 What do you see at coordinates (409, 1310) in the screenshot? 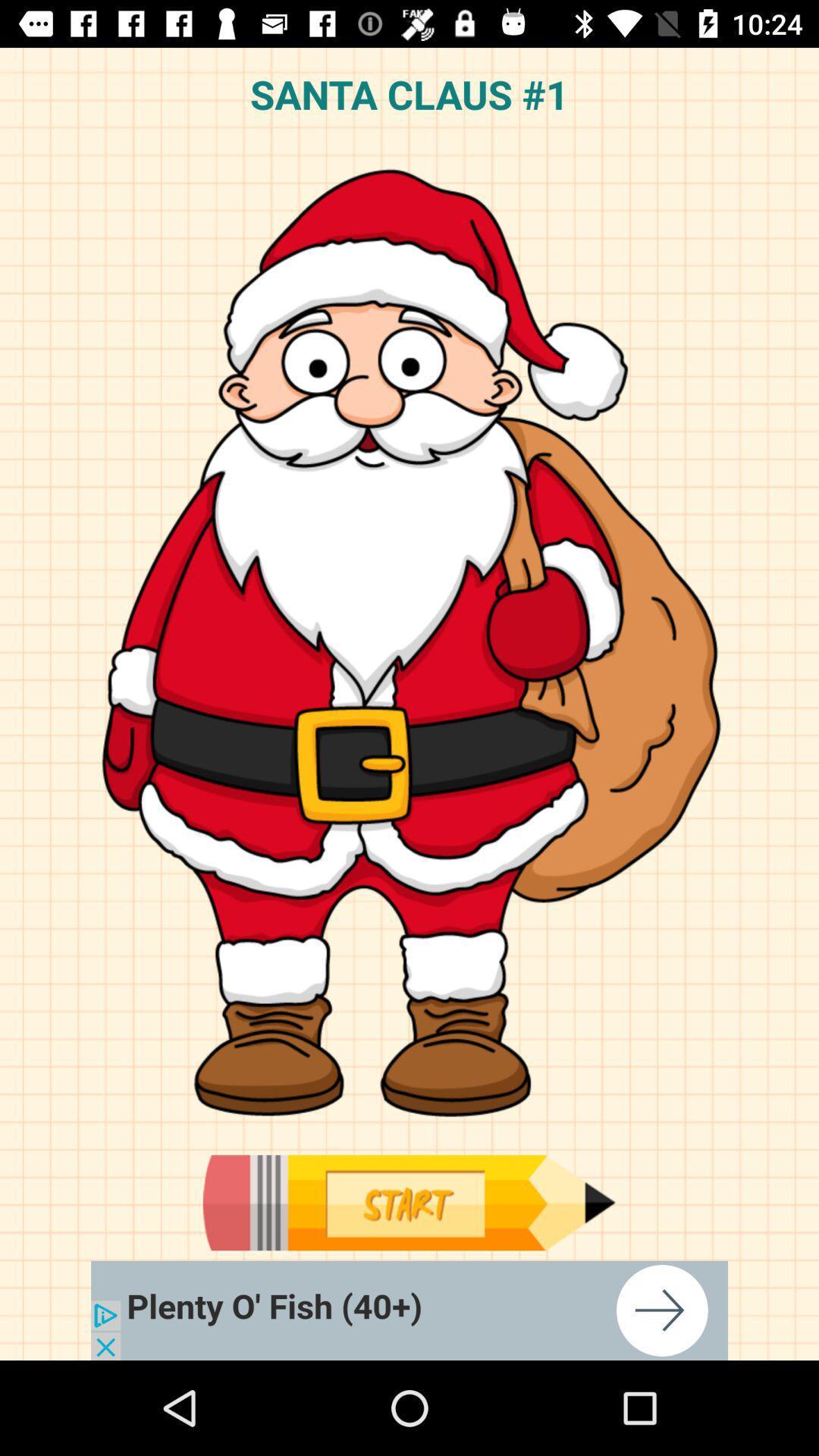
I see `how to draw christmas` at bounding box center [409, 1310].